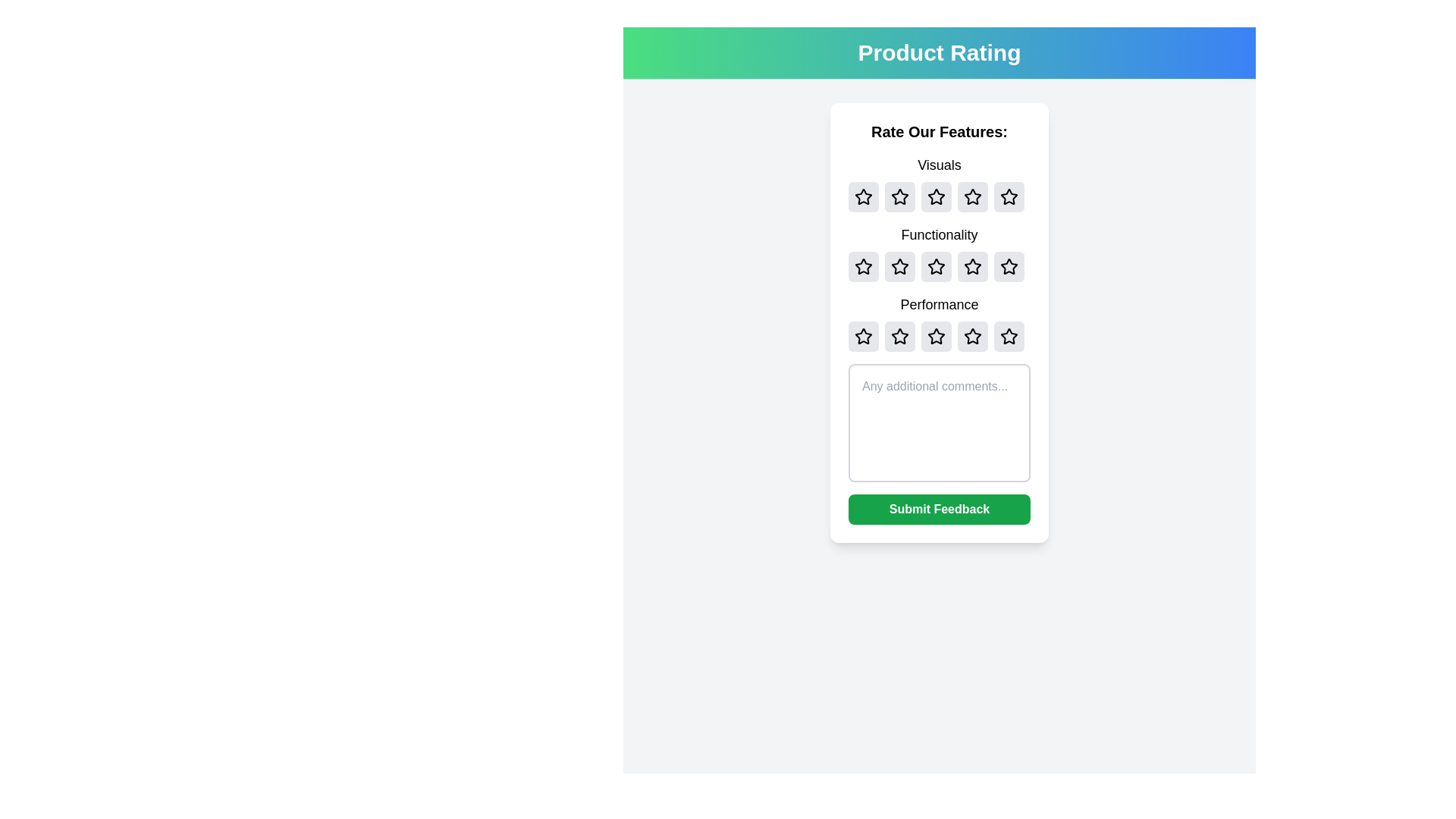  What do you see at coordinates (938, 265) in the screenshot?
I see `the third star icon in the row of five stars under the 'Functionality' label in the 'Rate Our Features' section` at bounding box center [938, 265].